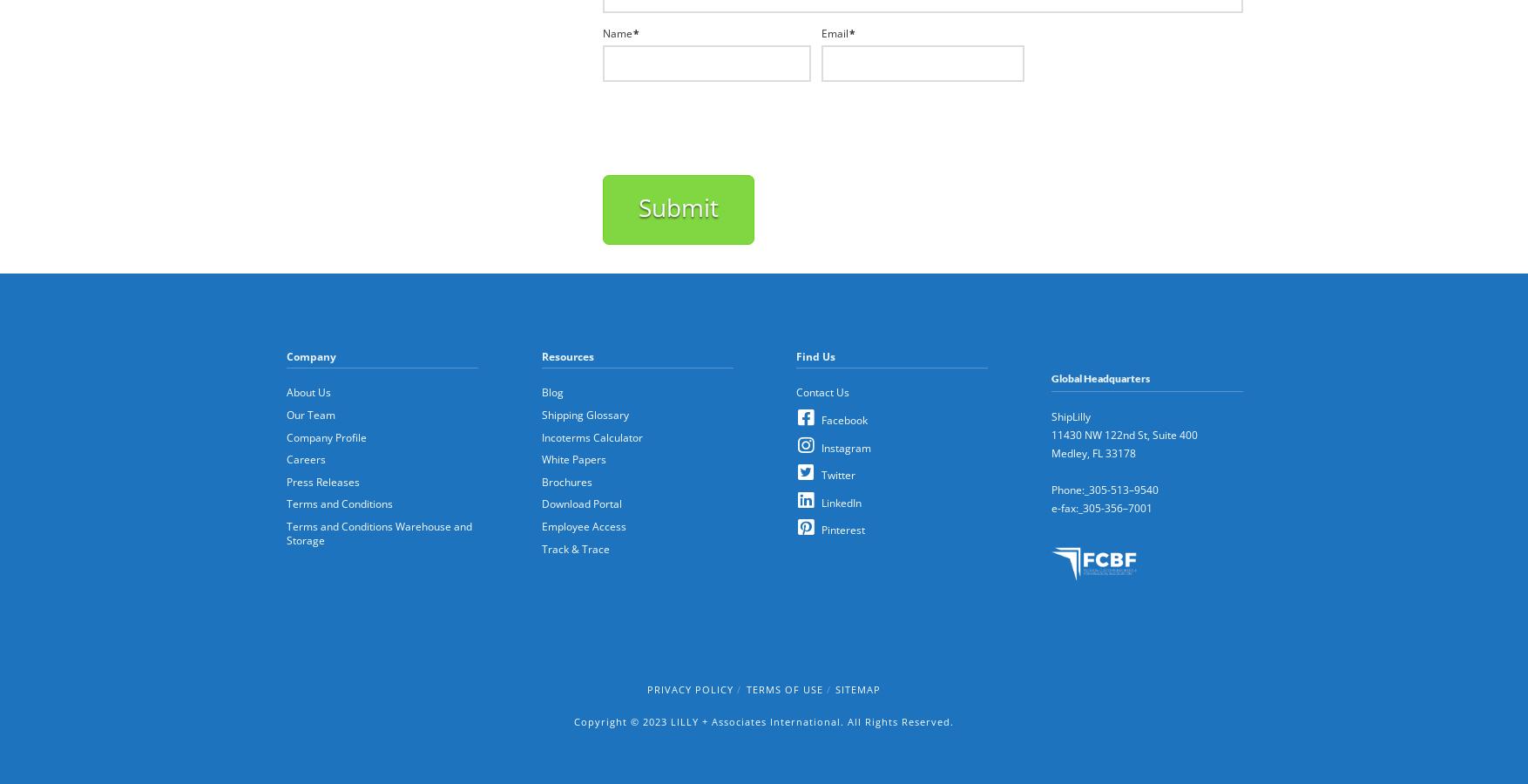  Describe the element at coordinates (841, 529) in the screenshot. I see `'Pinterest'` at that location.